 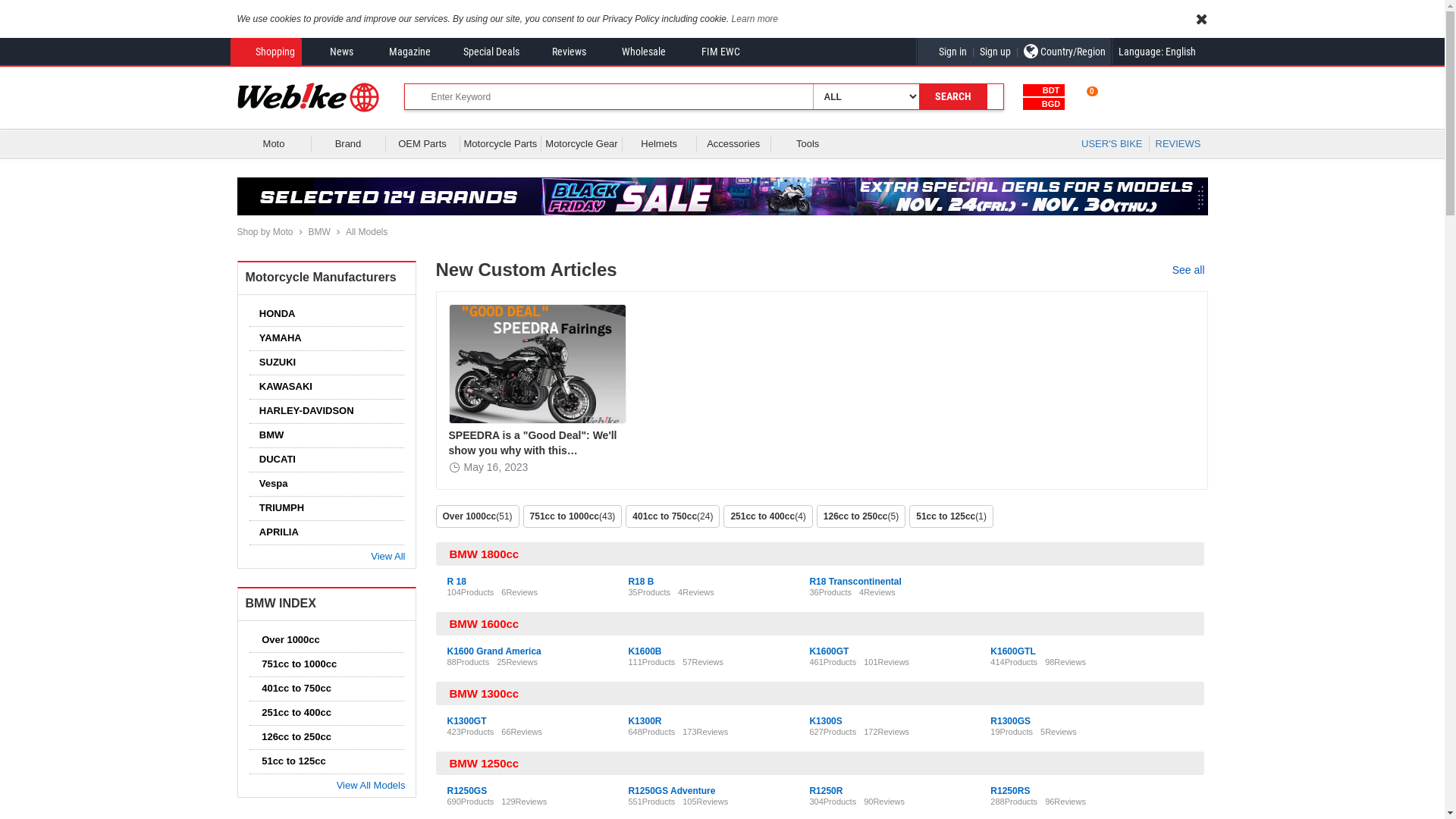 What do you see at coordinates (469, 800) in the screenshot?
I see `'690Products'` at bounding box center [469, 800].